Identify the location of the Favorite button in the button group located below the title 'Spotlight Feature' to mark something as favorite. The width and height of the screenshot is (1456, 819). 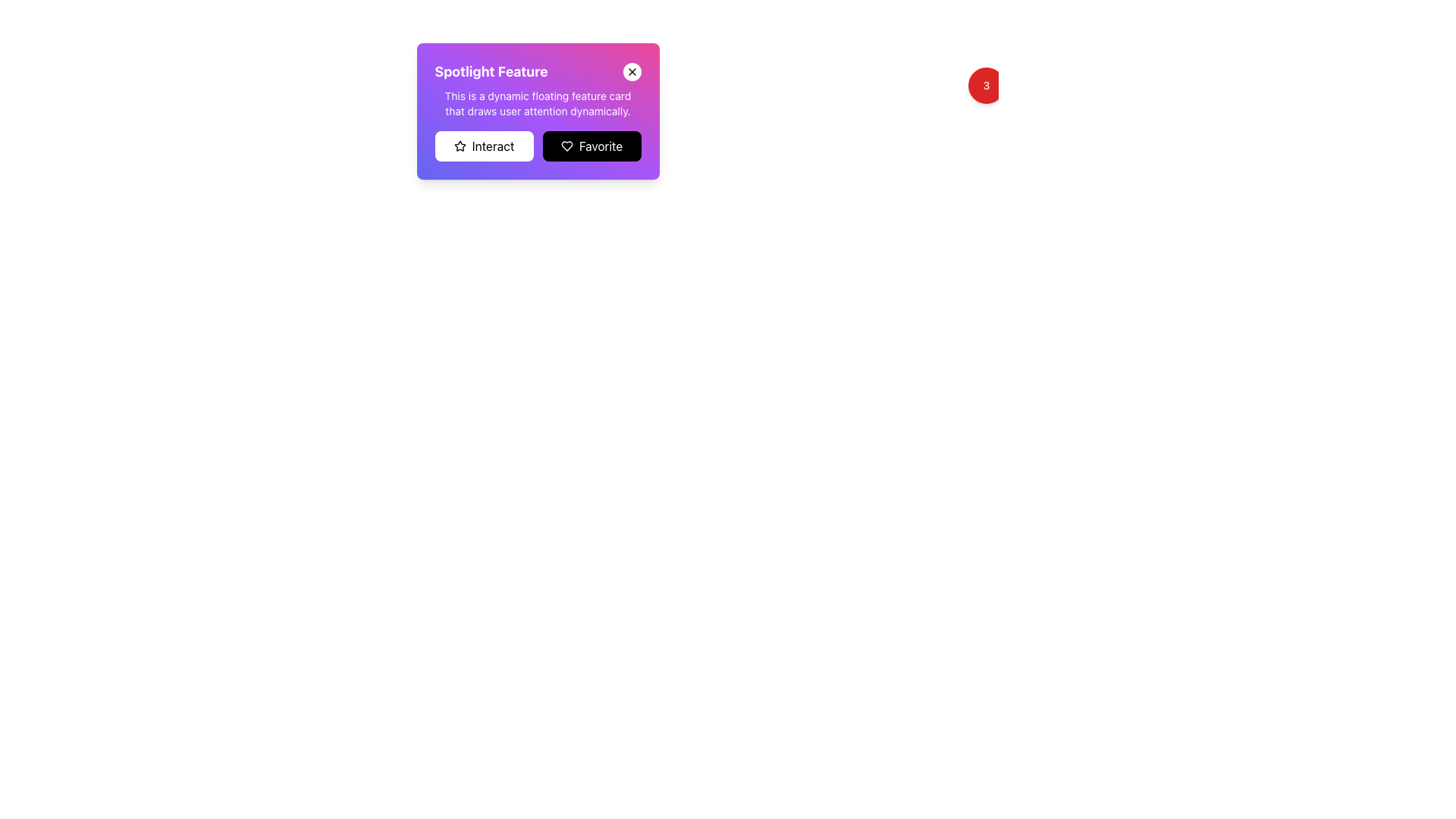
(538, 146).